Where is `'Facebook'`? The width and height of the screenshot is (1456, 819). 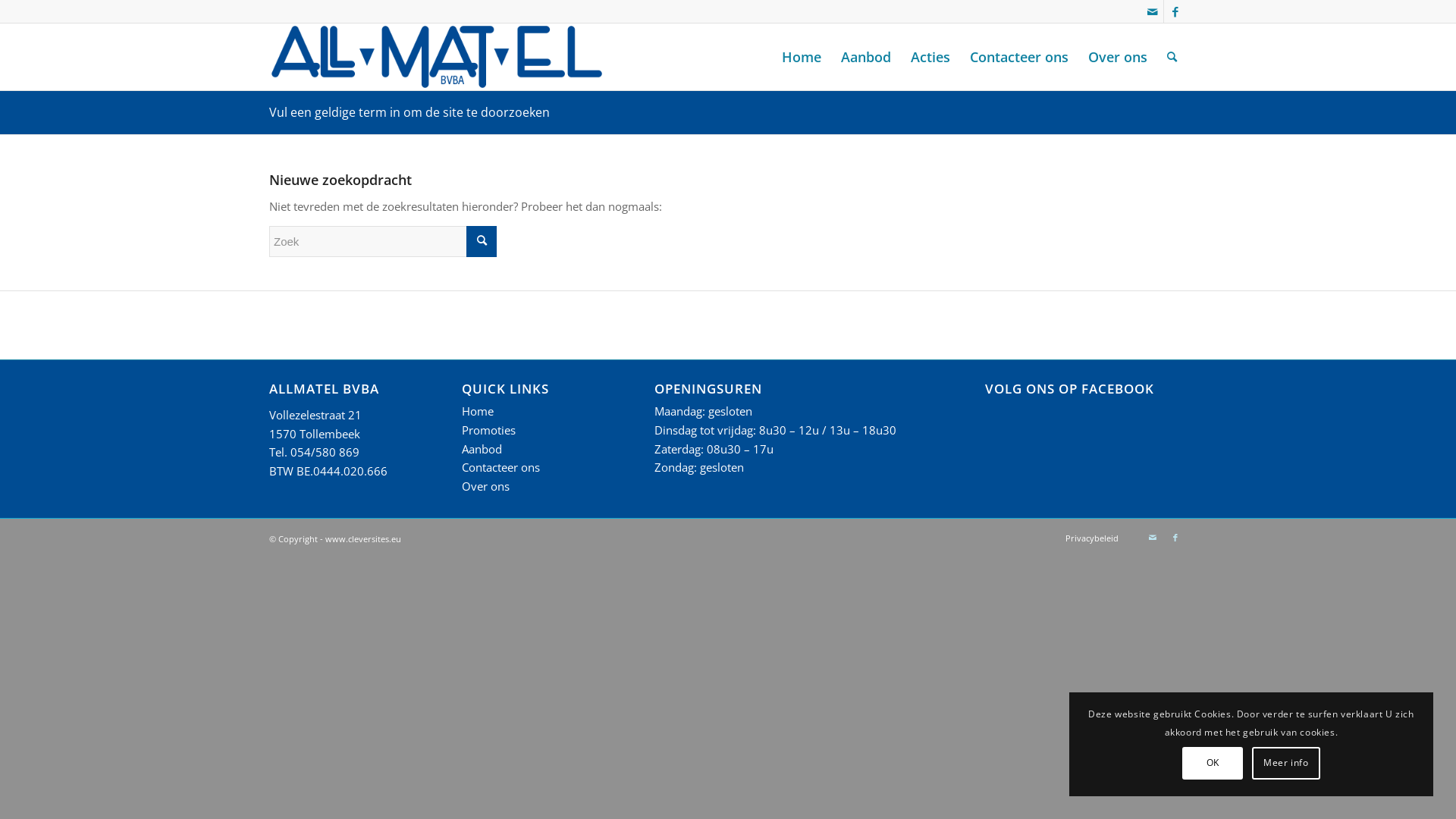
'Facebook' is located at coordinates (1175, 537).